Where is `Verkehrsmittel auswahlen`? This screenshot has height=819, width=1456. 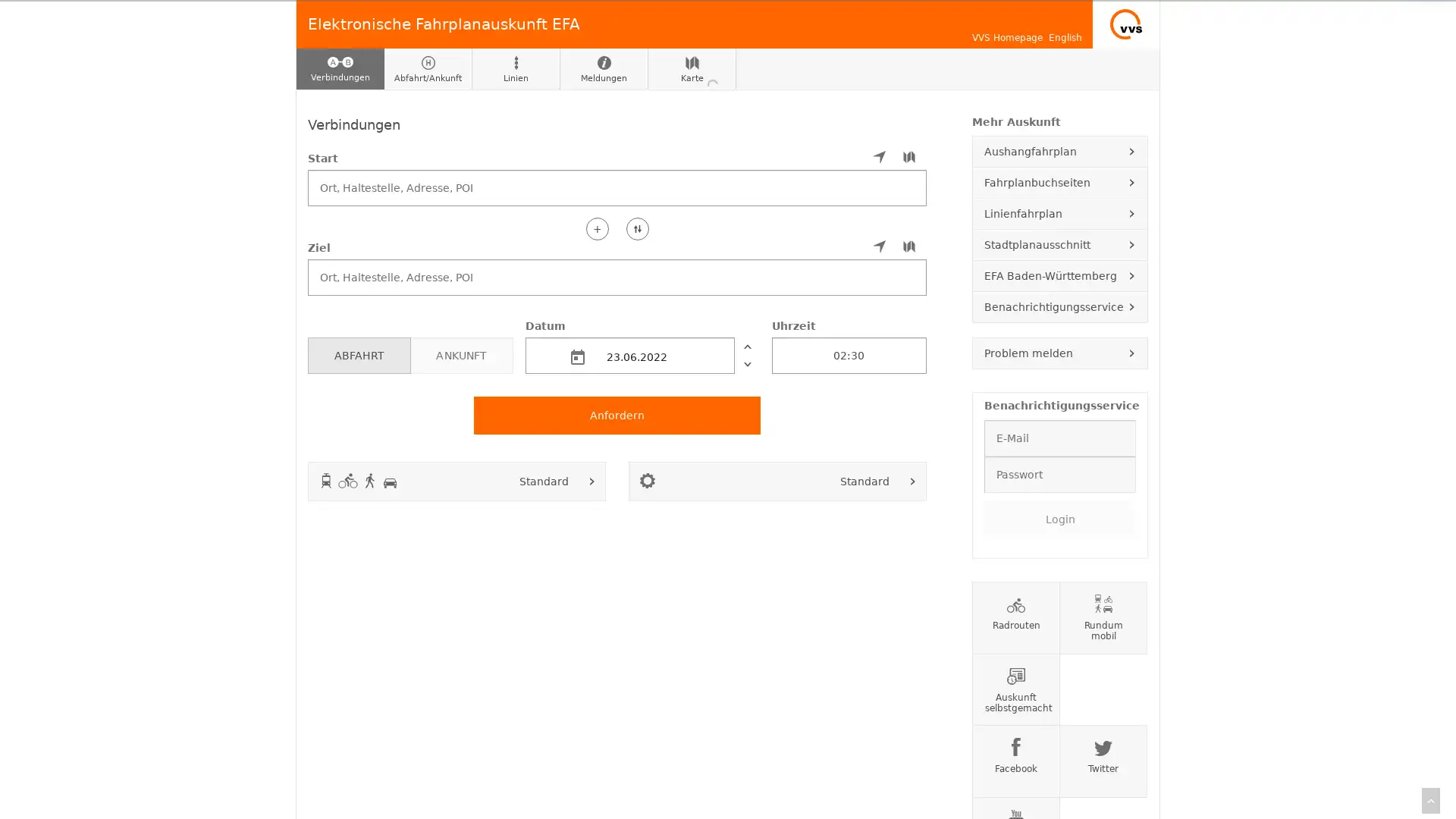 Verkehrsmittel auswahlen is located at coordinates (591, 480).